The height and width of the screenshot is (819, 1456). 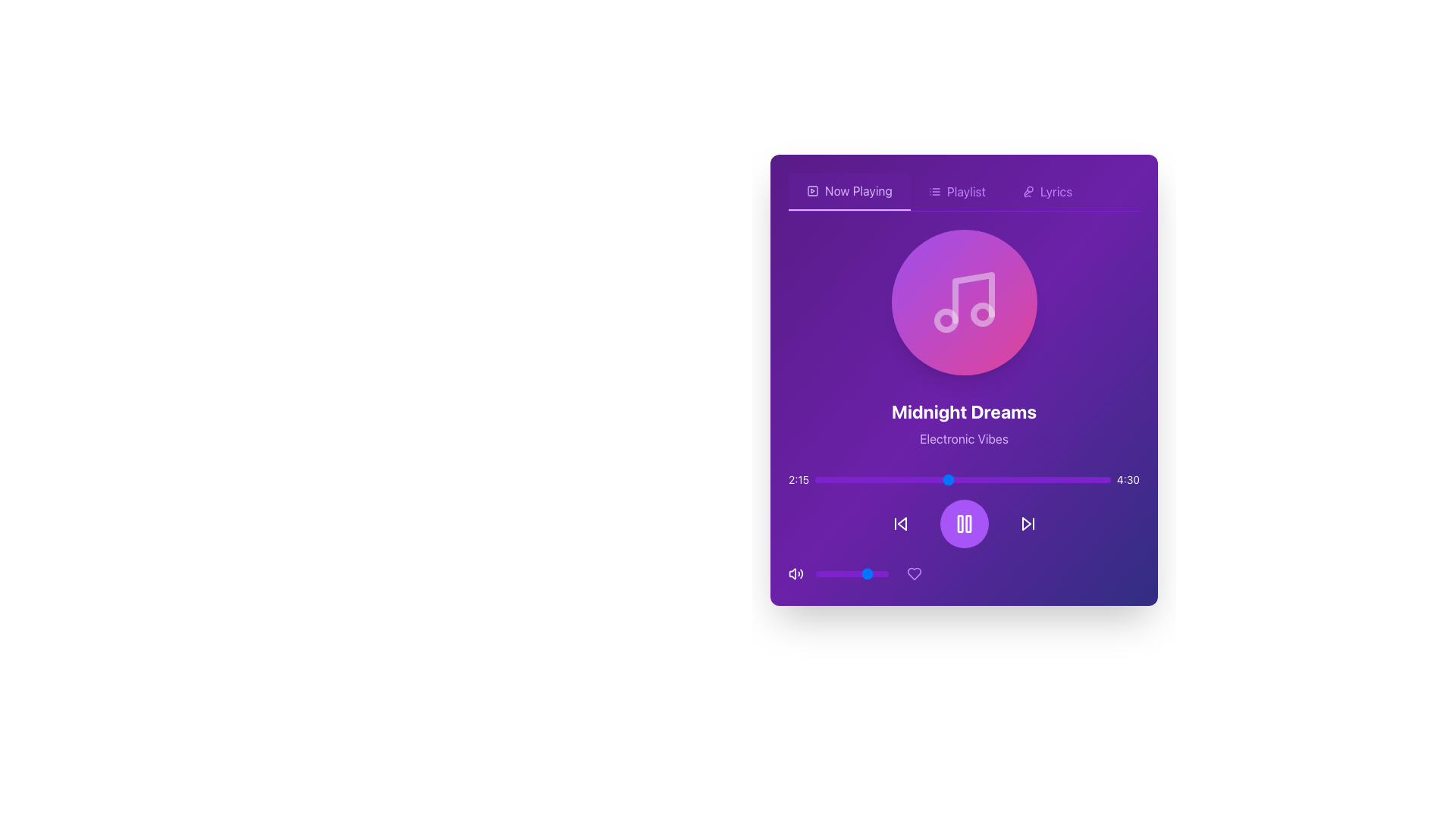 What do you see at coordinates (993, 479) in the screenshot?
I see `progress` at bounding box center [993, 479].